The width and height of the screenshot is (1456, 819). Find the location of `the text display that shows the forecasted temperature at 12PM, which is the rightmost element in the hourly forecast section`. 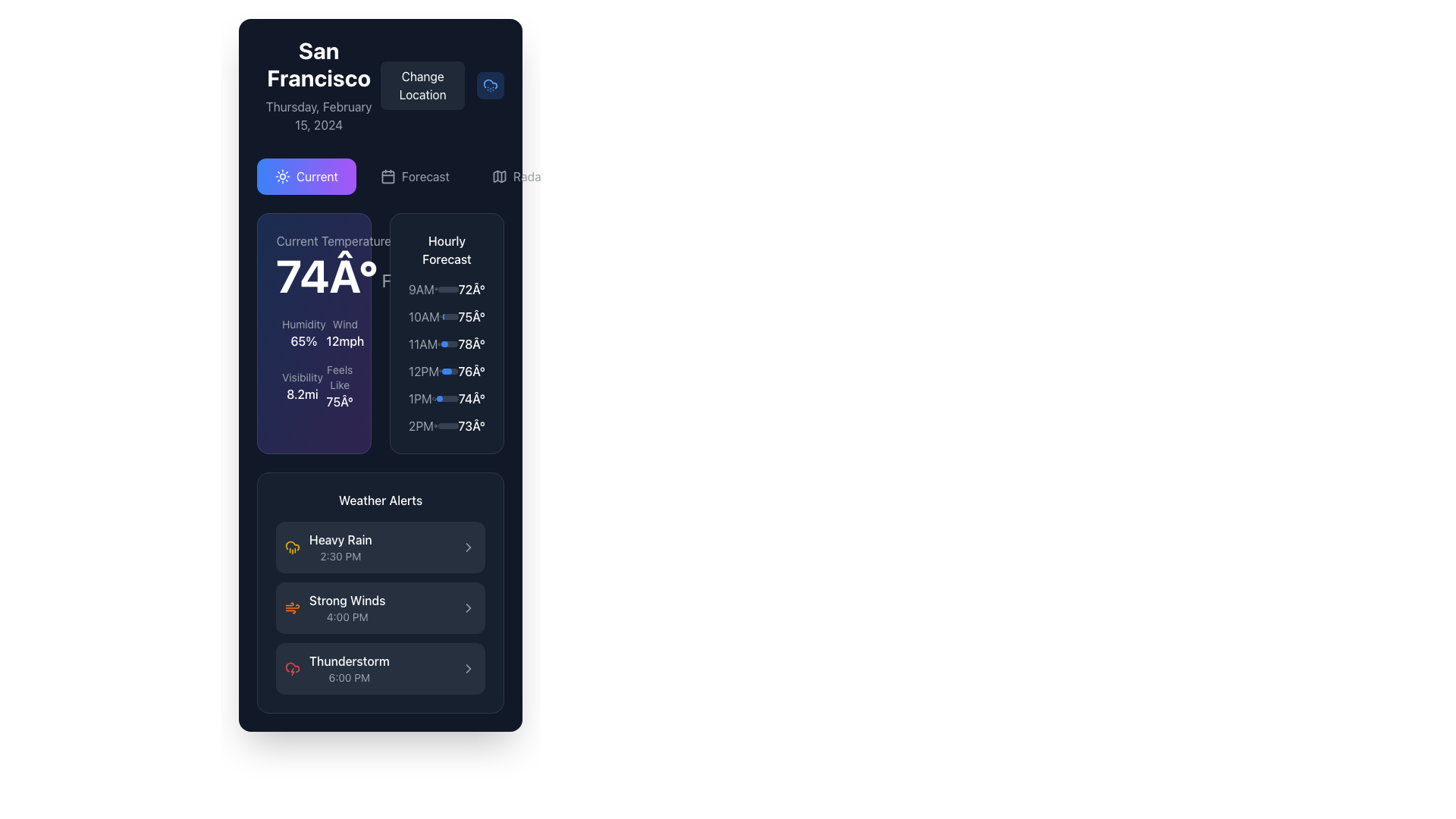

the text display that shows the forecasted temperature at 12PM, which is the rightmost element in the hourly forecast section is located at coordinates (471, 371).